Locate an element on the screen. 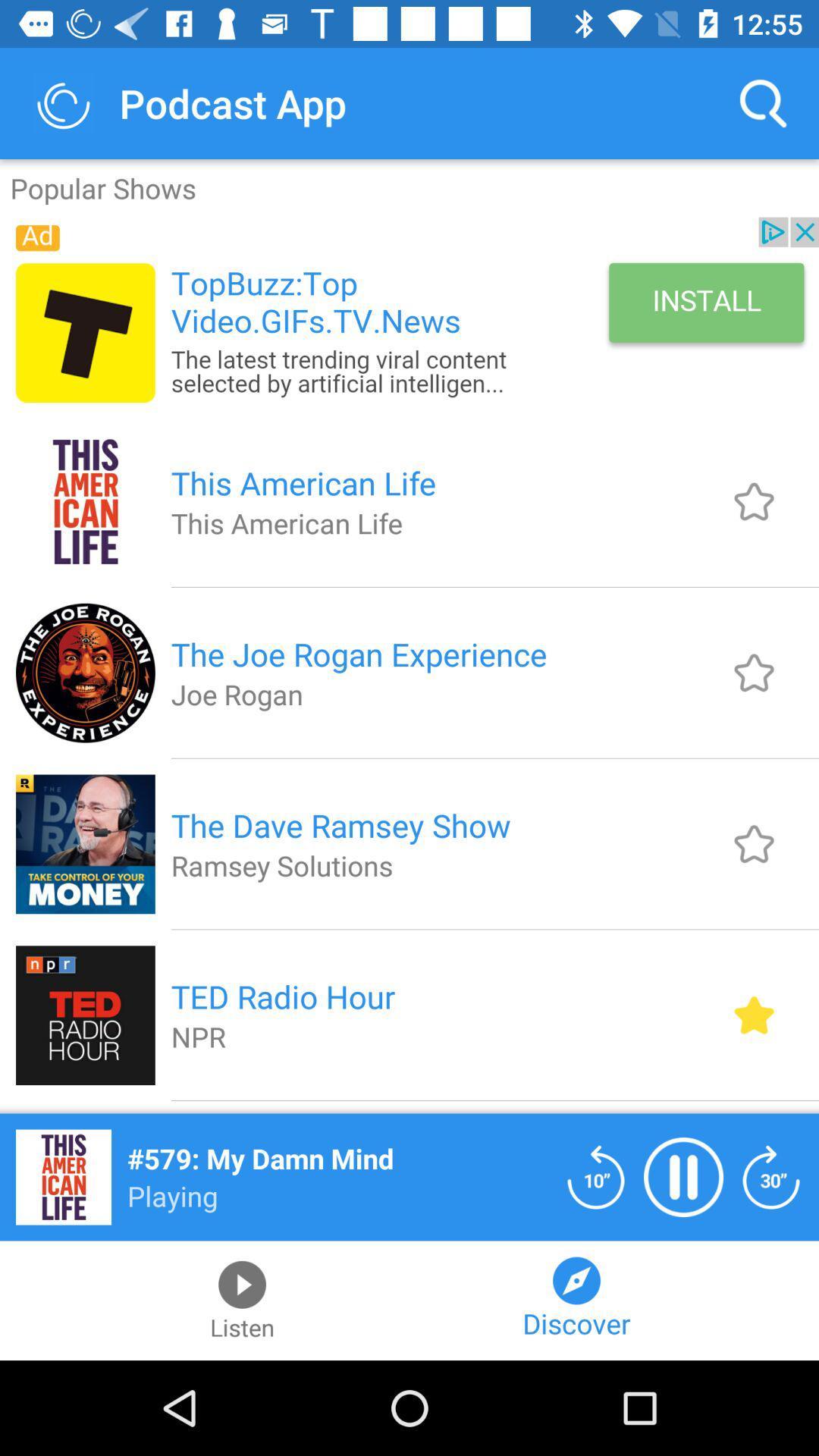 This screenshot has width=819, height=1456. the pause icon is located at coordinates (683, 1176).